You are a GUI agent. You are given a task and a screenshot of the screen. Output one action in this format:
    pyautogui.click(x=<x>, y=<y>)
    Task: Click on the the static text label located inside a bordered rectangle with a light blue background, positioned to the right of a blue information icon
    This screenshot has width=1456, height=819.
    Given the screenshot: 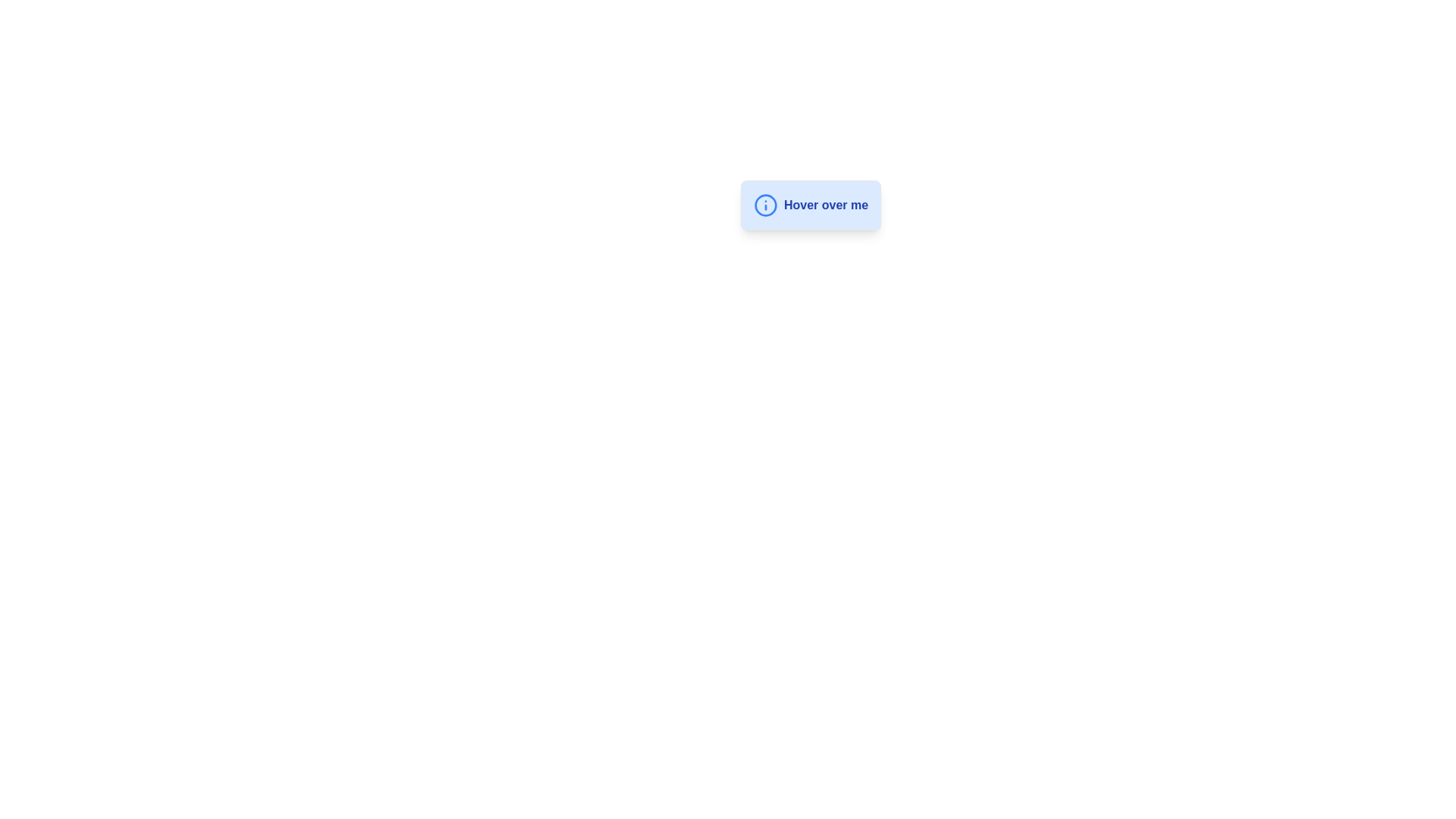 What is the action you would take?
    pyautogui.click(x=825, y=205)
    